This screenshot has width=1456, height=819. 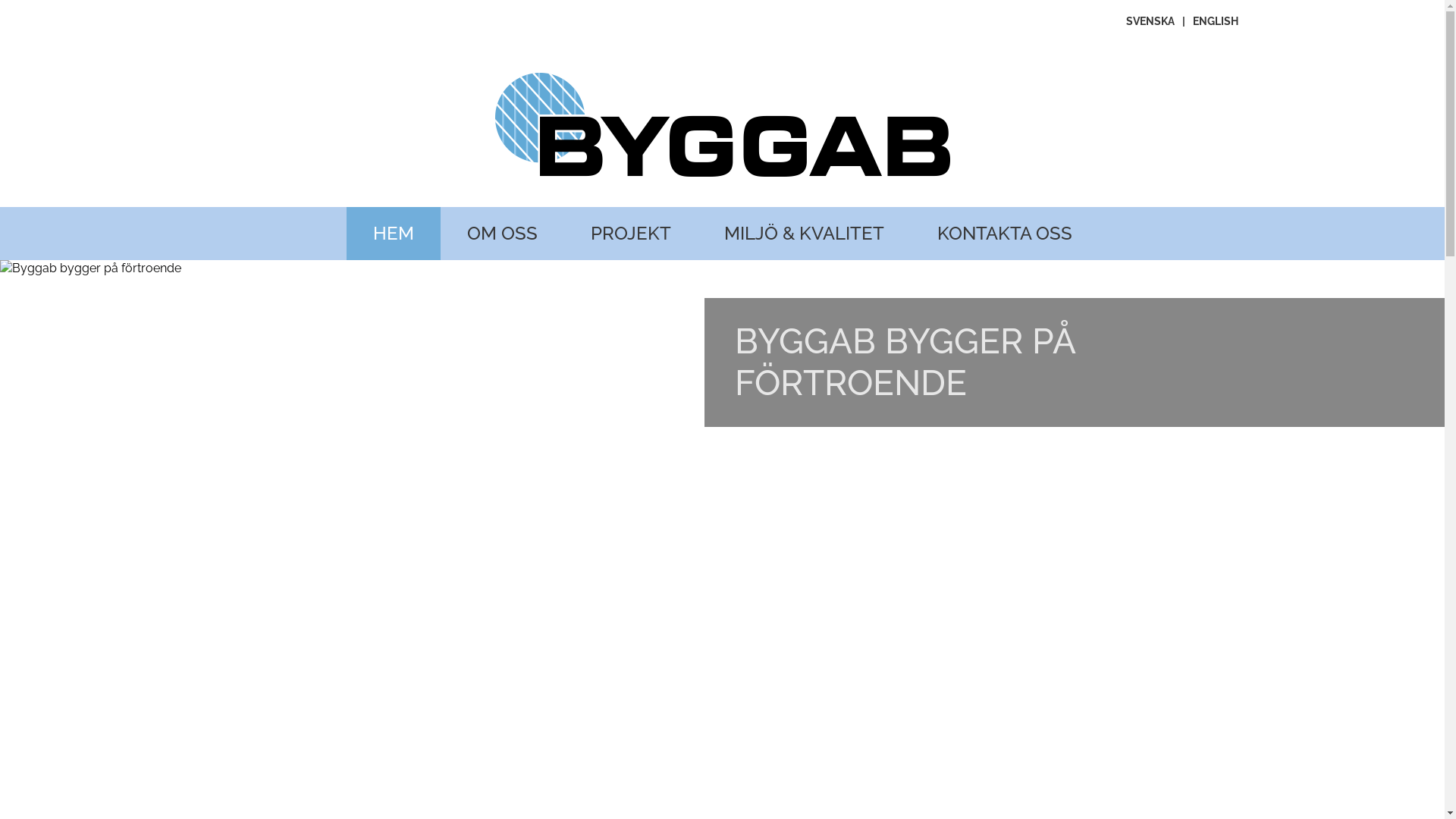 I want to click on 'HEM', so click(x=393, y=234).